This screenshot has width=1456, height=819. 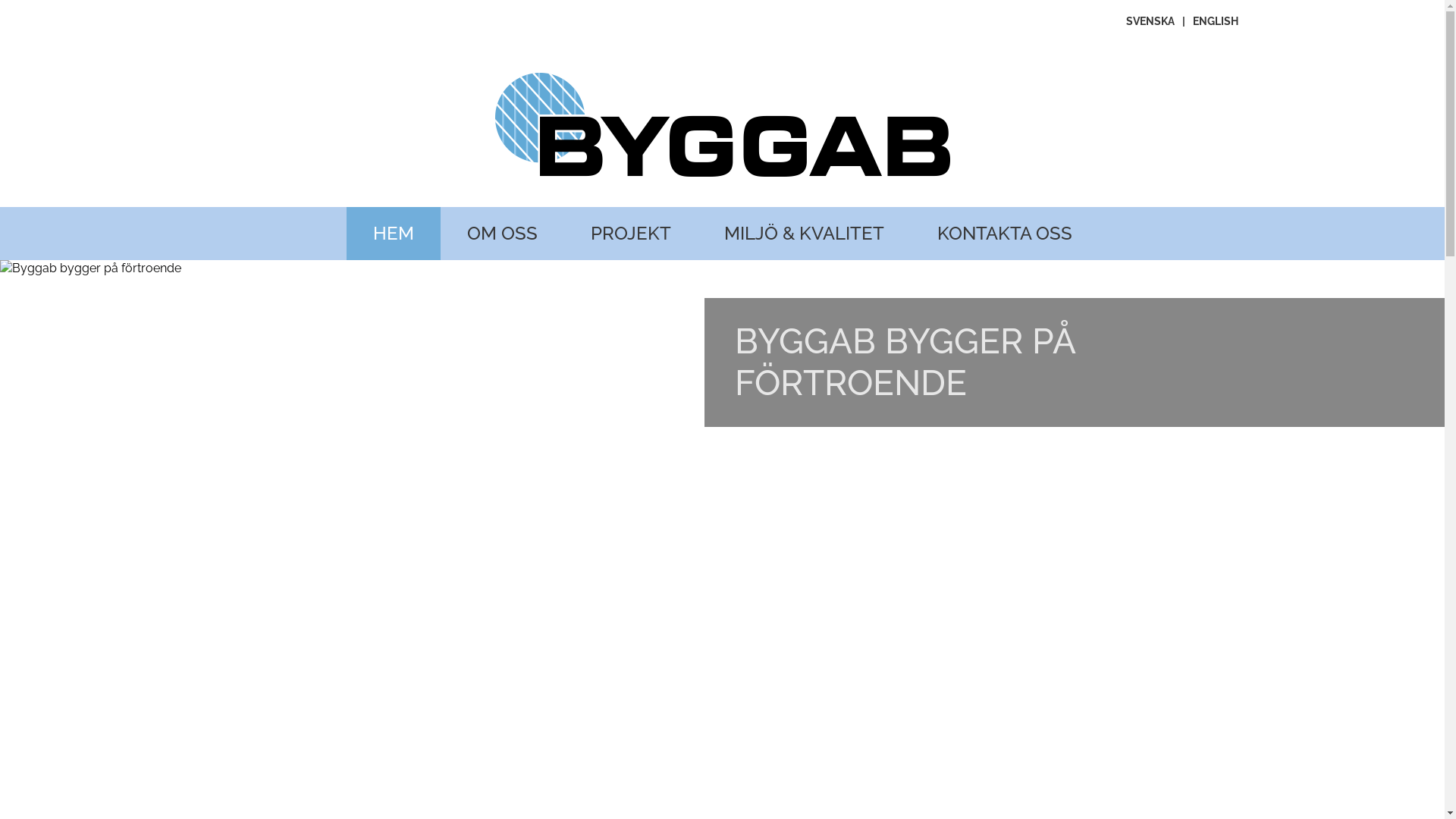 I want to click on 'HEM', so click(x=393, y=234).